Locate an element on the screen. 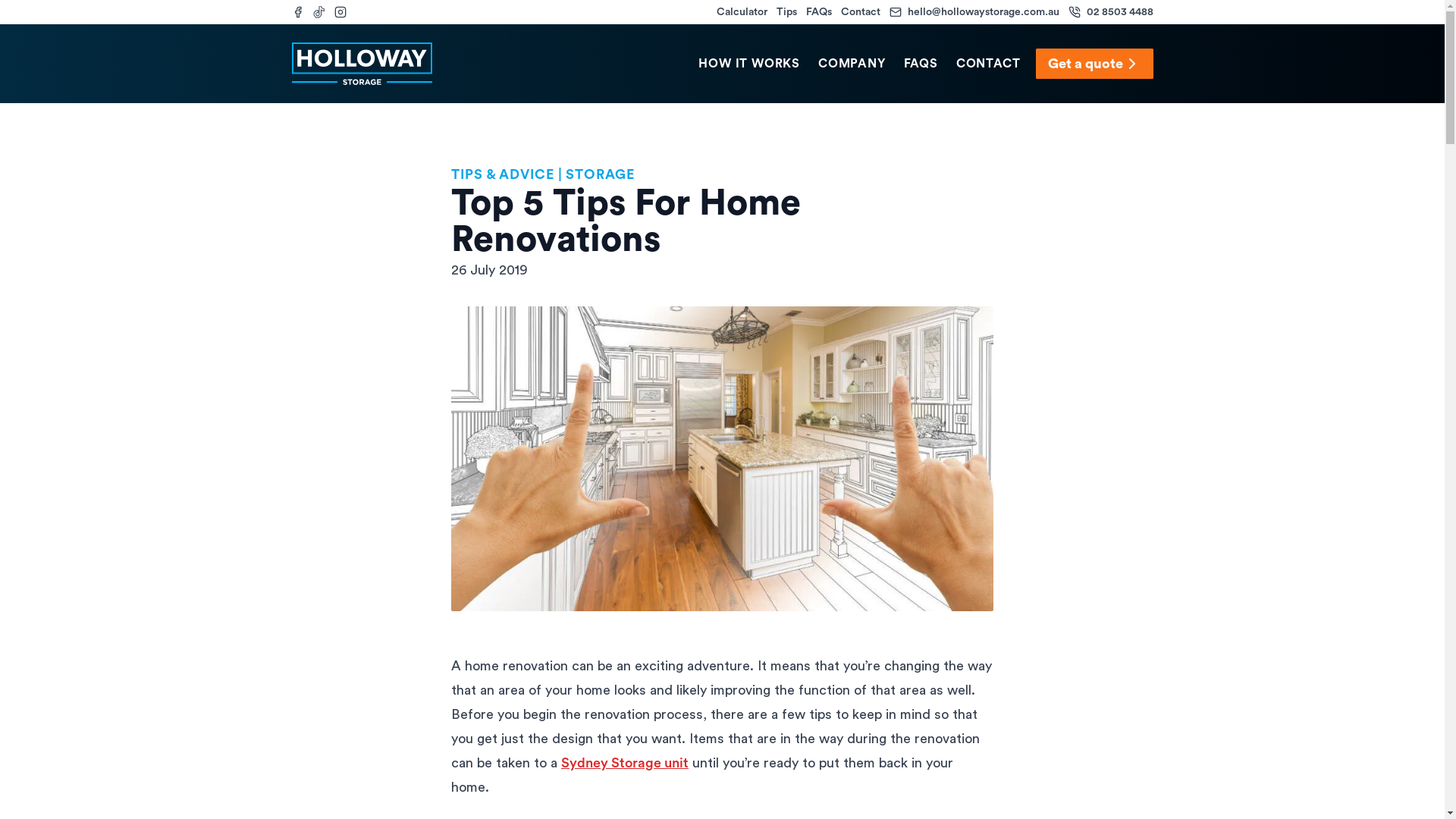  'CONTACT' is located at coordinates (988, 63).